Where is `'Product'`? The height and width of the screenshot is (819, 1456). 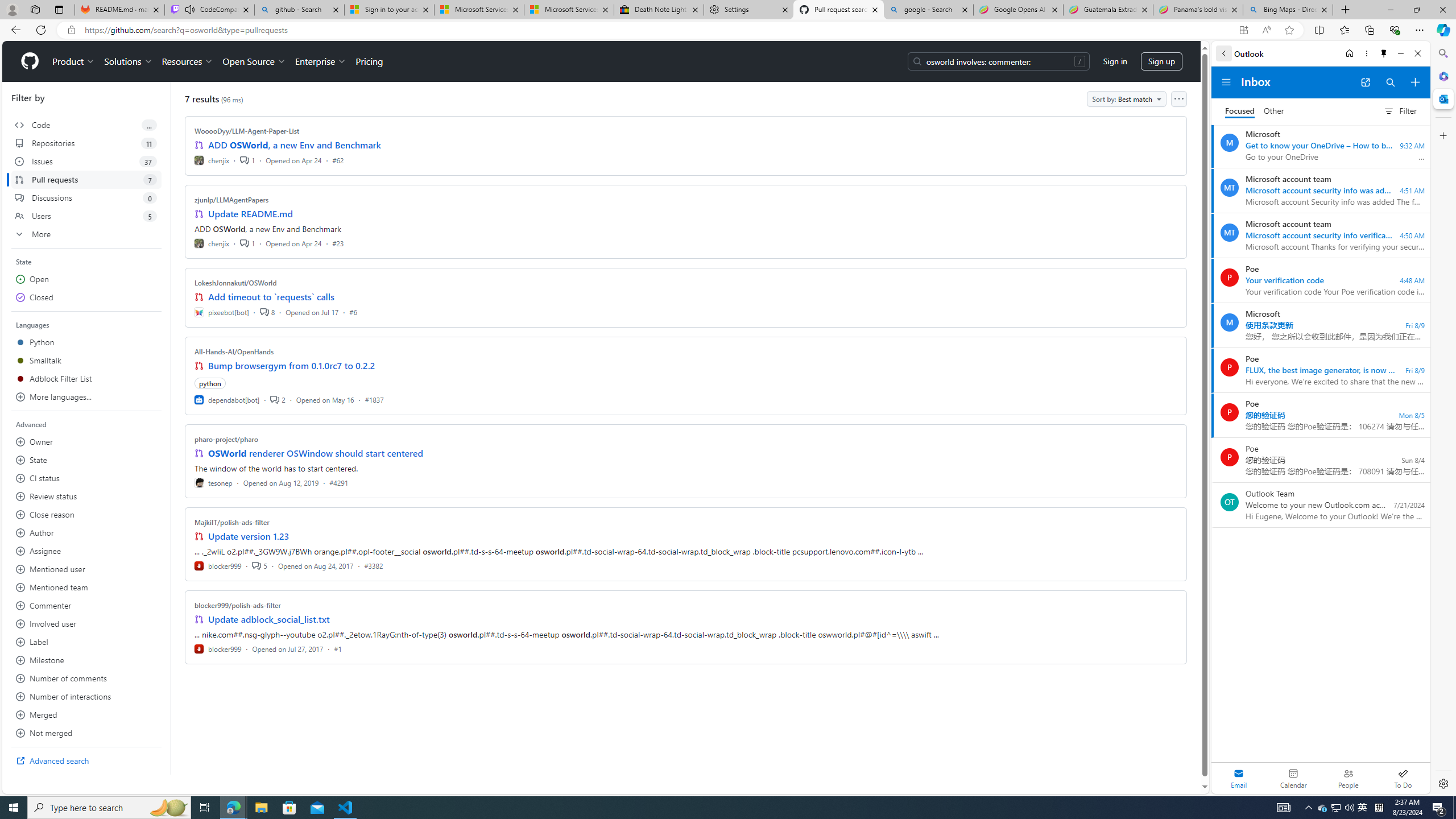
'Product' is located at coordinates (74, 61).